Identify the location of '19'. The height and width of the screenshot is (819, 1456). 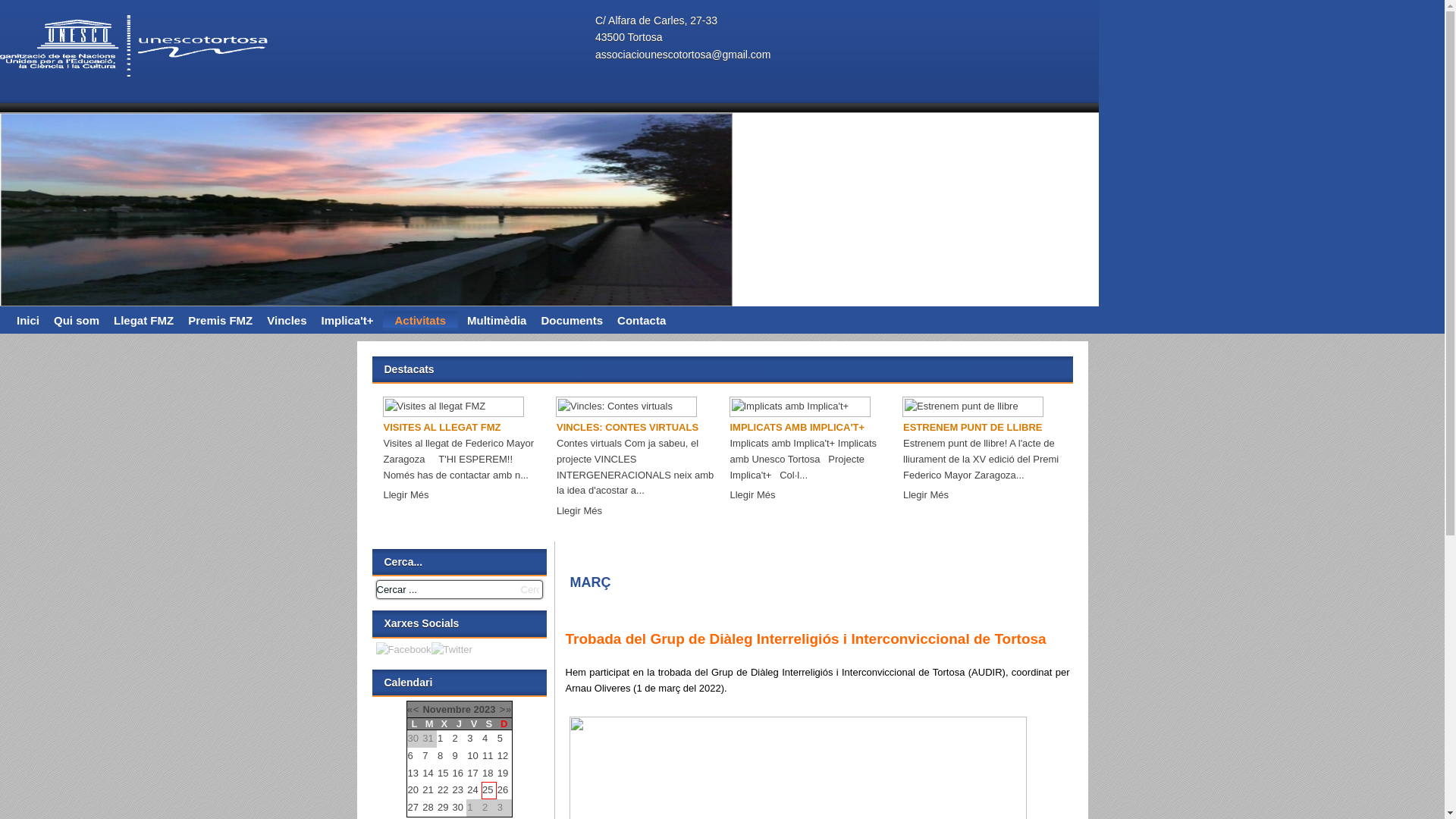
(497, 773).